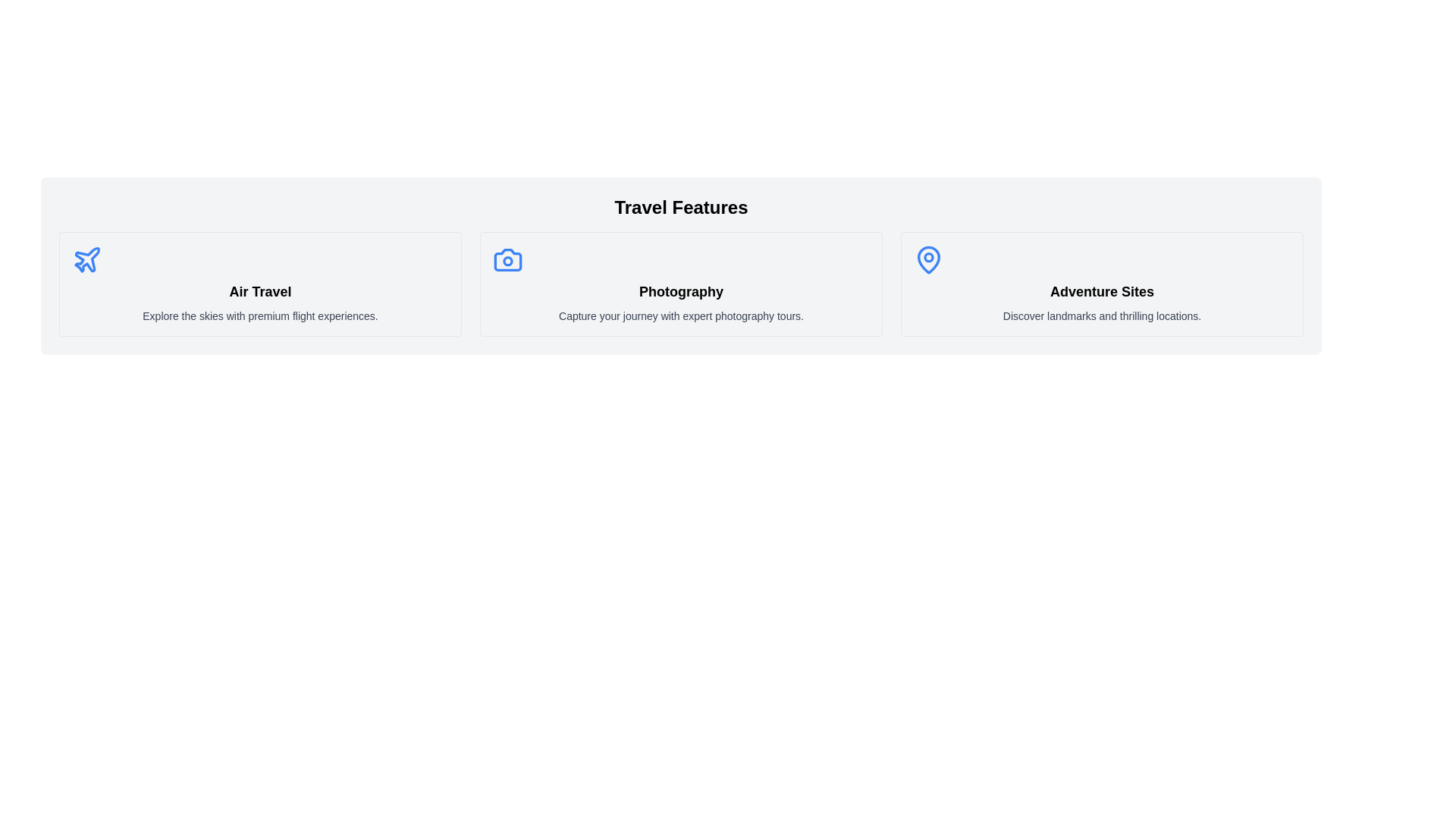 This screenshot has width=1456, height=819. Describe the element at coordinates (1102, 292) in the screenshot. I see `text displayed in the 'Adventure Sites' label, which is styled in bold and located in the rightmost card section, positioned below the map pin icon and above the description paragraph` at that location.